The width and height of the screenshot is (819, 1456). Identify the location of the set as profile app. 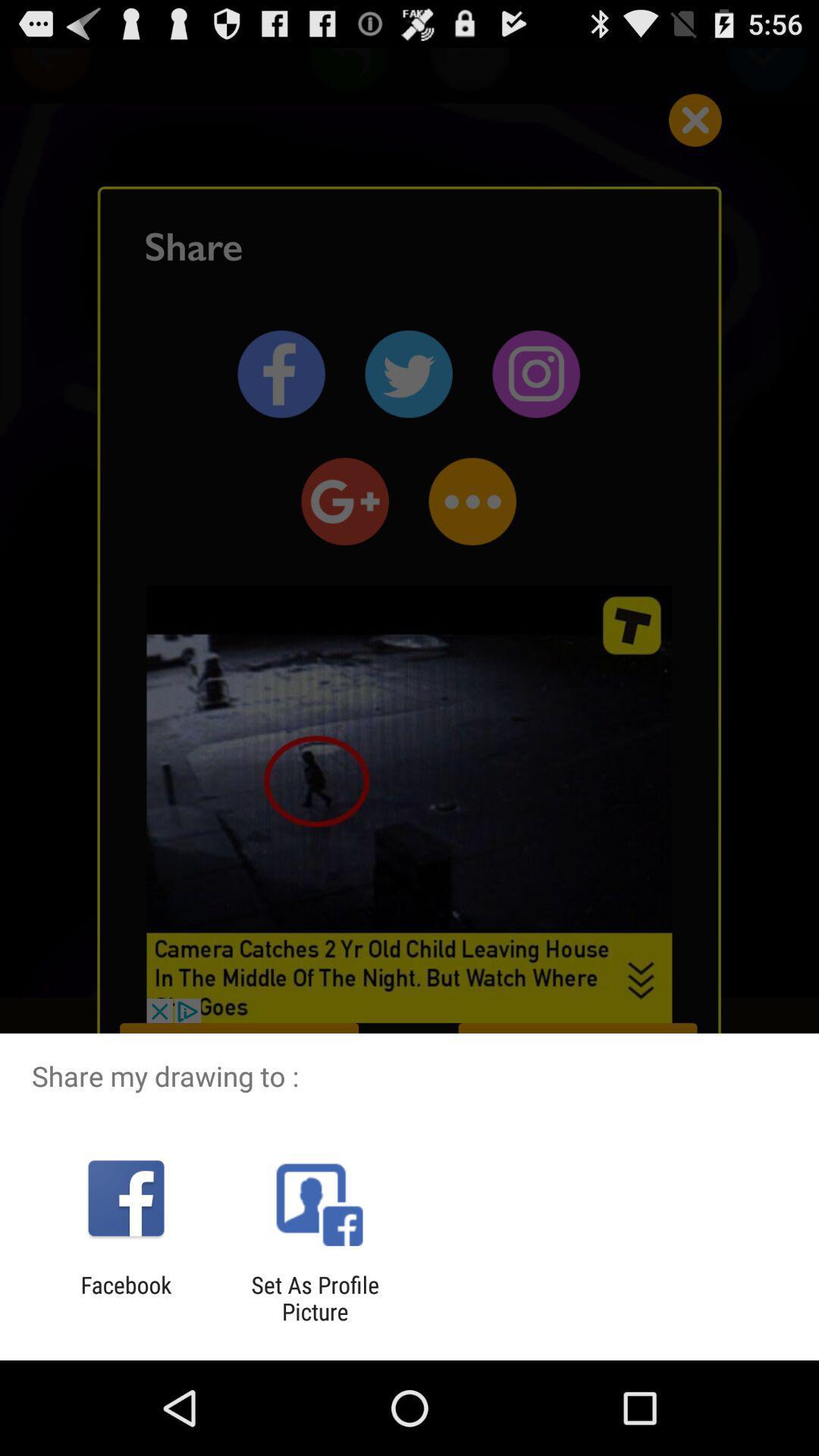
(314, 1298).